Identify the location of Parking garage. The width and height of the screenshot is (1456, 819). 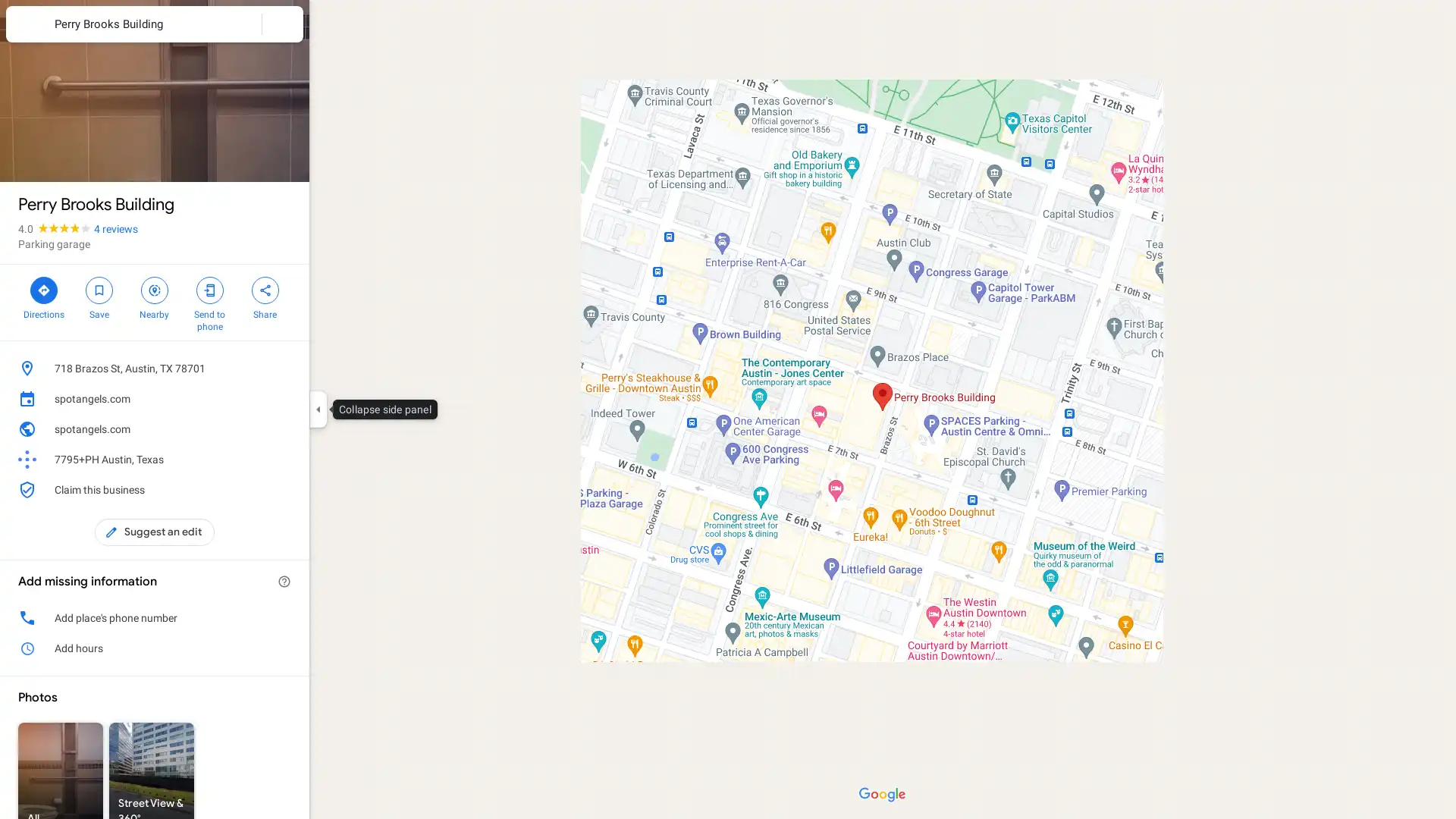
(54, 243).